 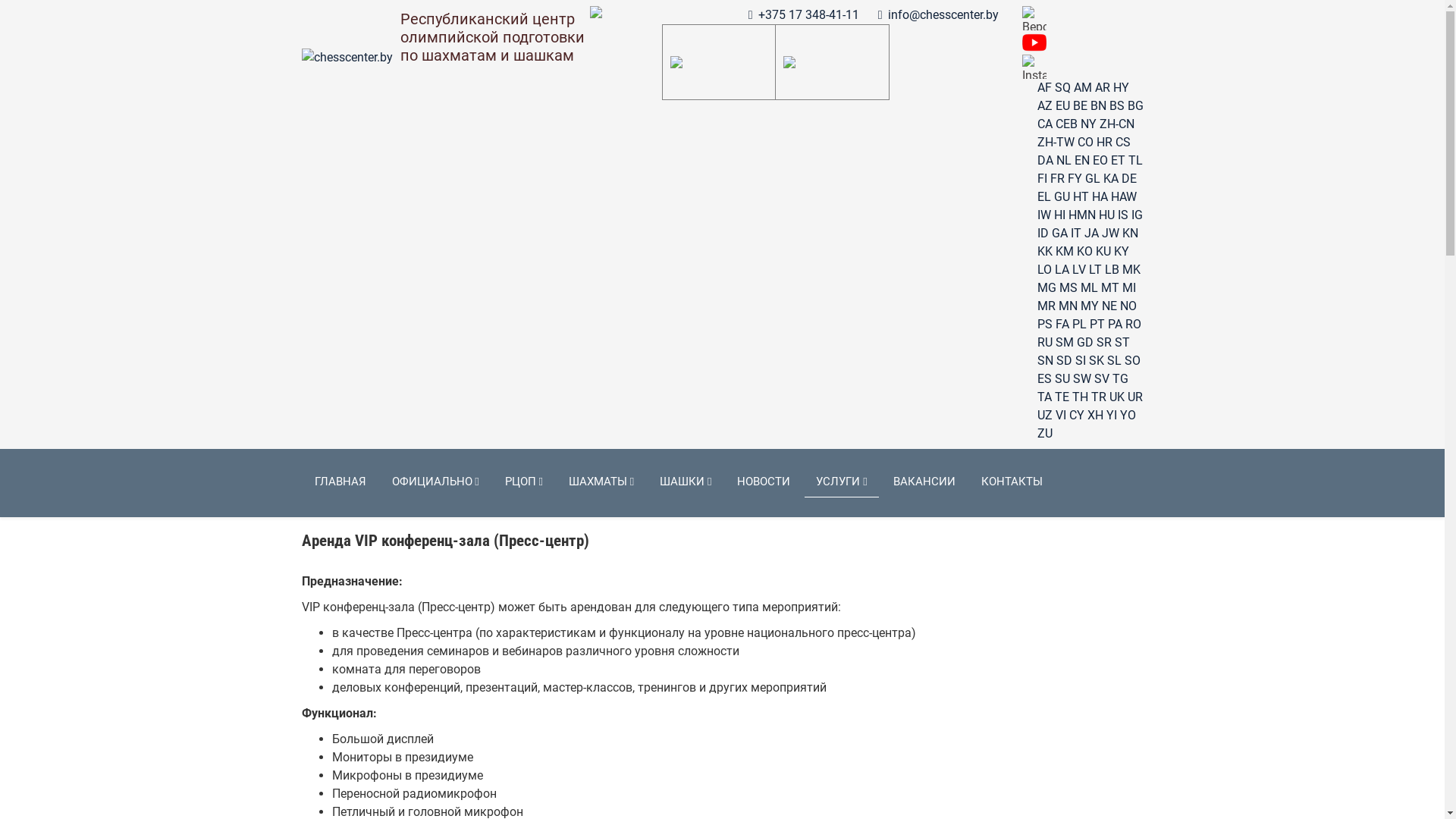 What do you see at coordinates (1056, 177) in the screenshot?
I see `'FR'` at bounding box center [1056, 177].